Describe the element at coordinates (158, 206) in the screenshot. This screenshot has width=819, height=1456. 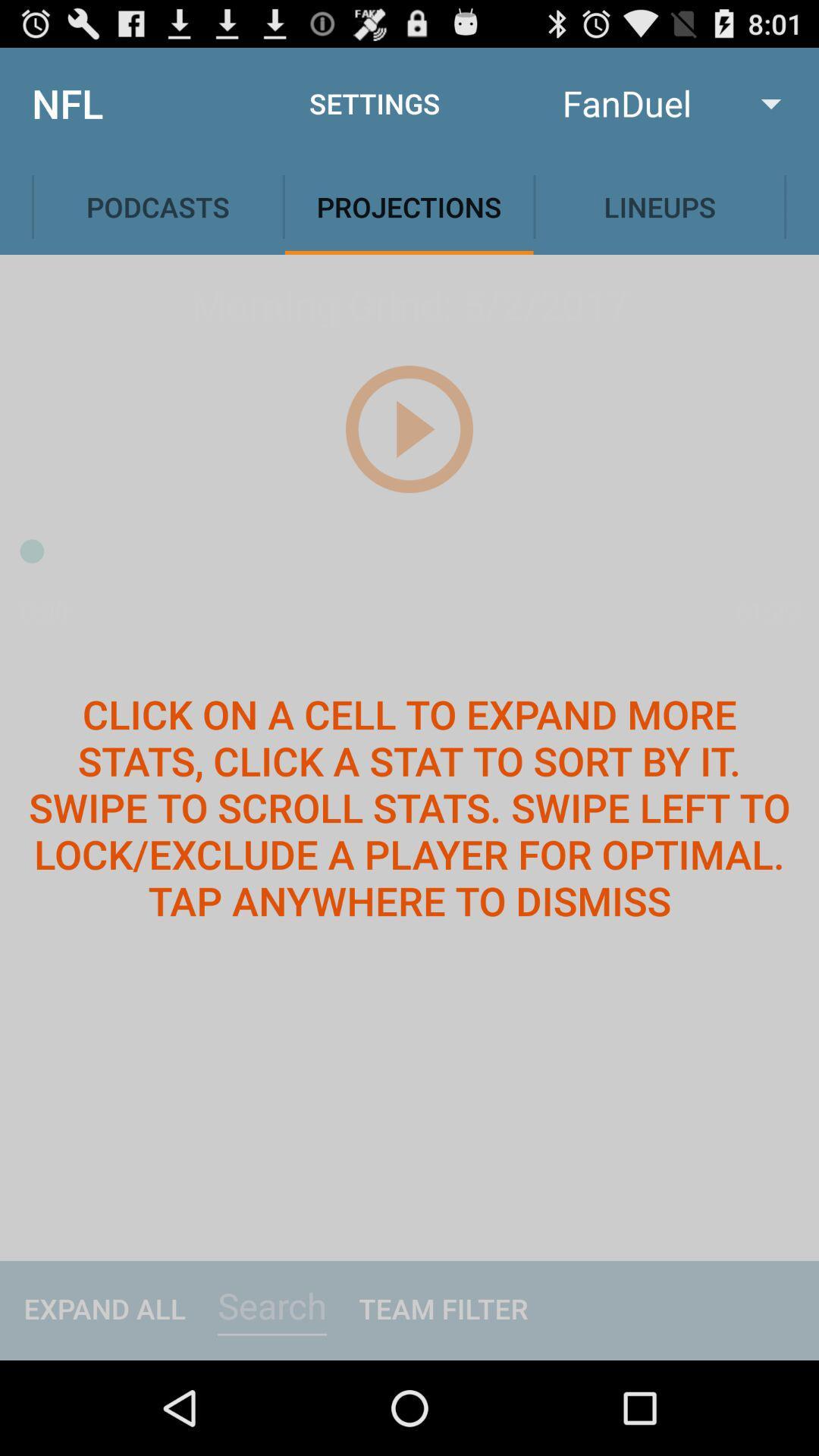
I see `tap on podcasts` at that location.